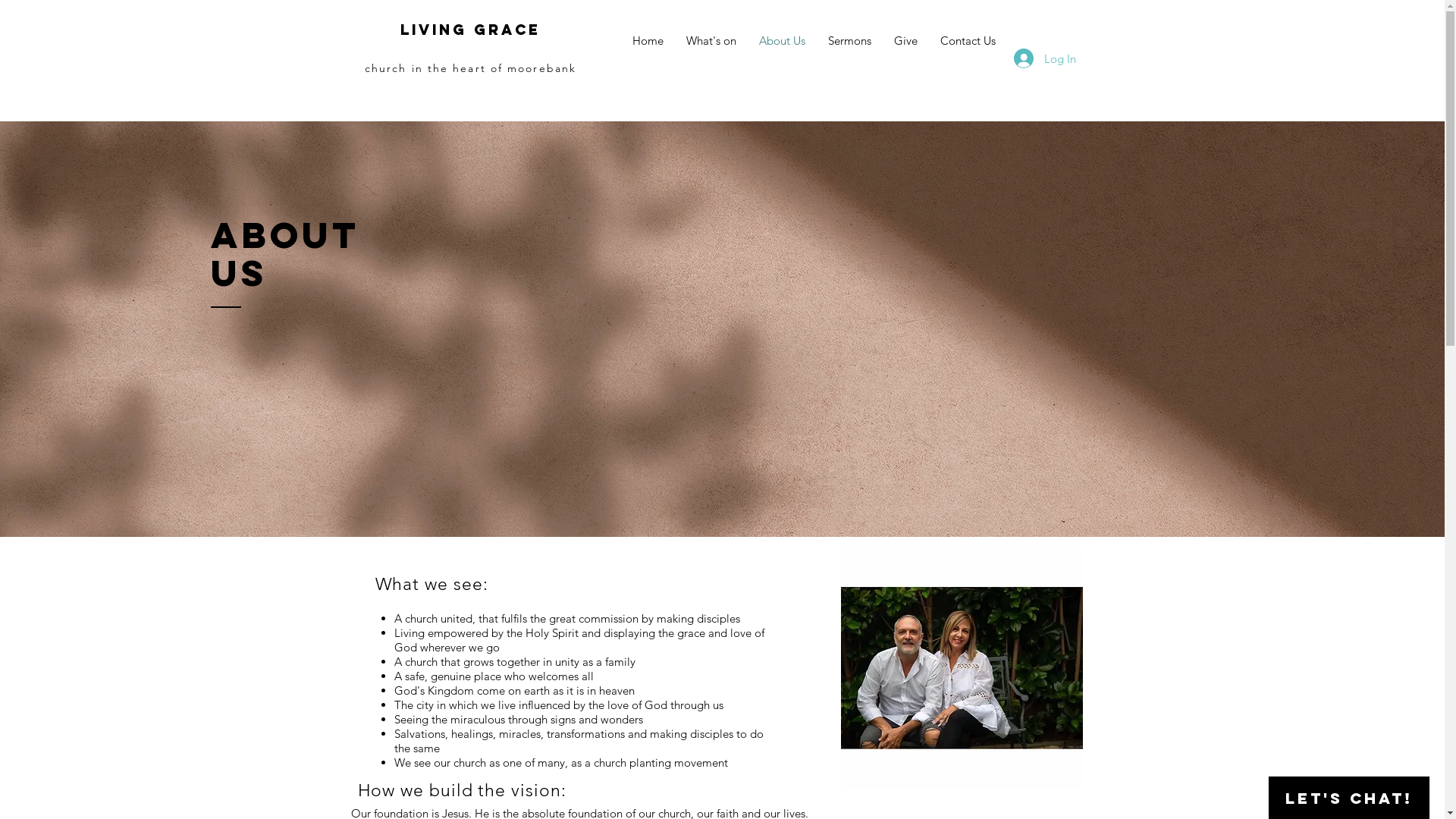 The width and height of the screenshot is (1456, 819). Describe the element at coordinates (882, 40) in the screenshot. I see `'Give'` at that location.